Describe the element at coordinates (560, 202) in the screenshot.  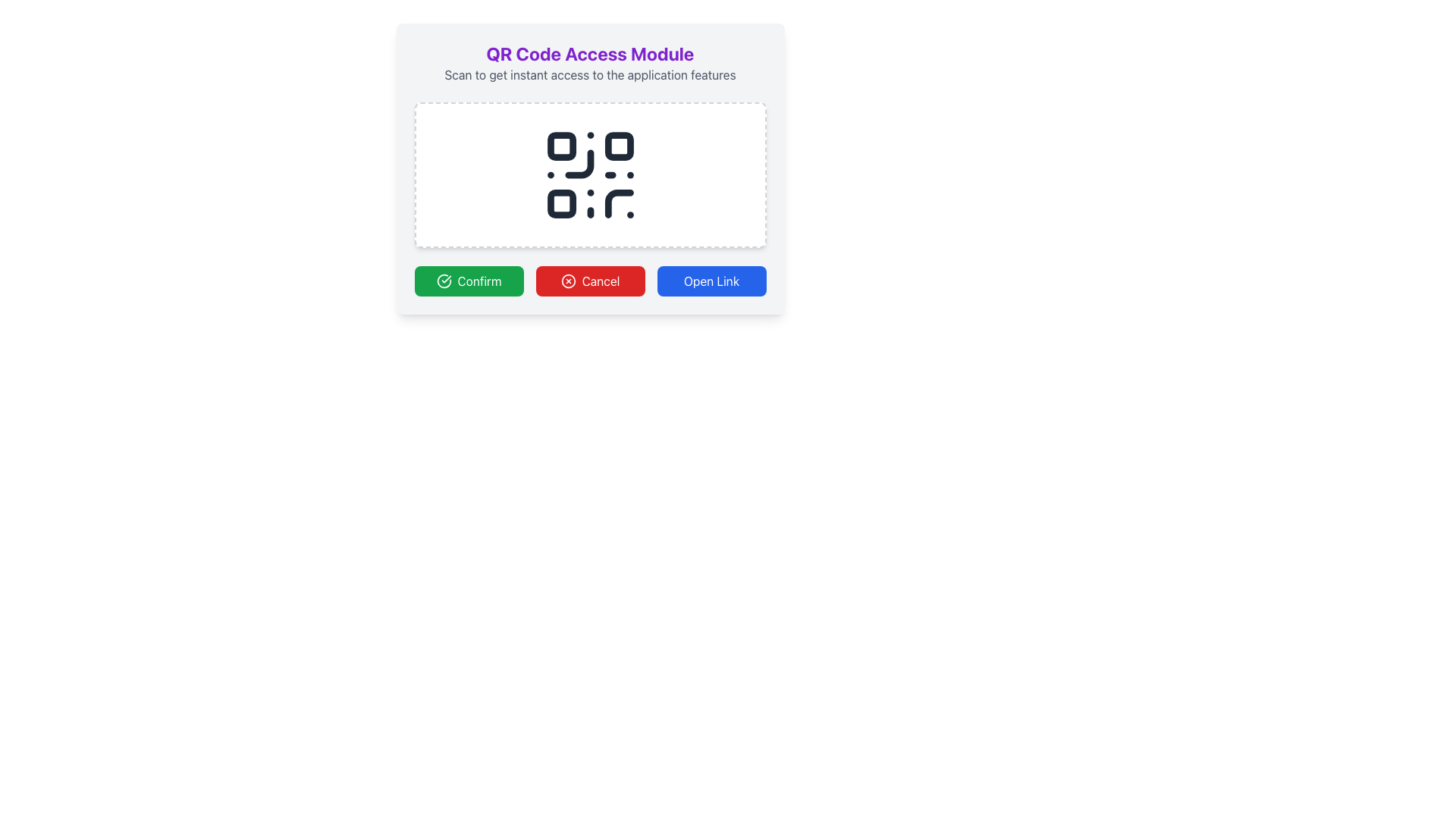
I see `the small black square with rounded corners located in the bottom-left corner of the central group of elements within the QR code` at that location.